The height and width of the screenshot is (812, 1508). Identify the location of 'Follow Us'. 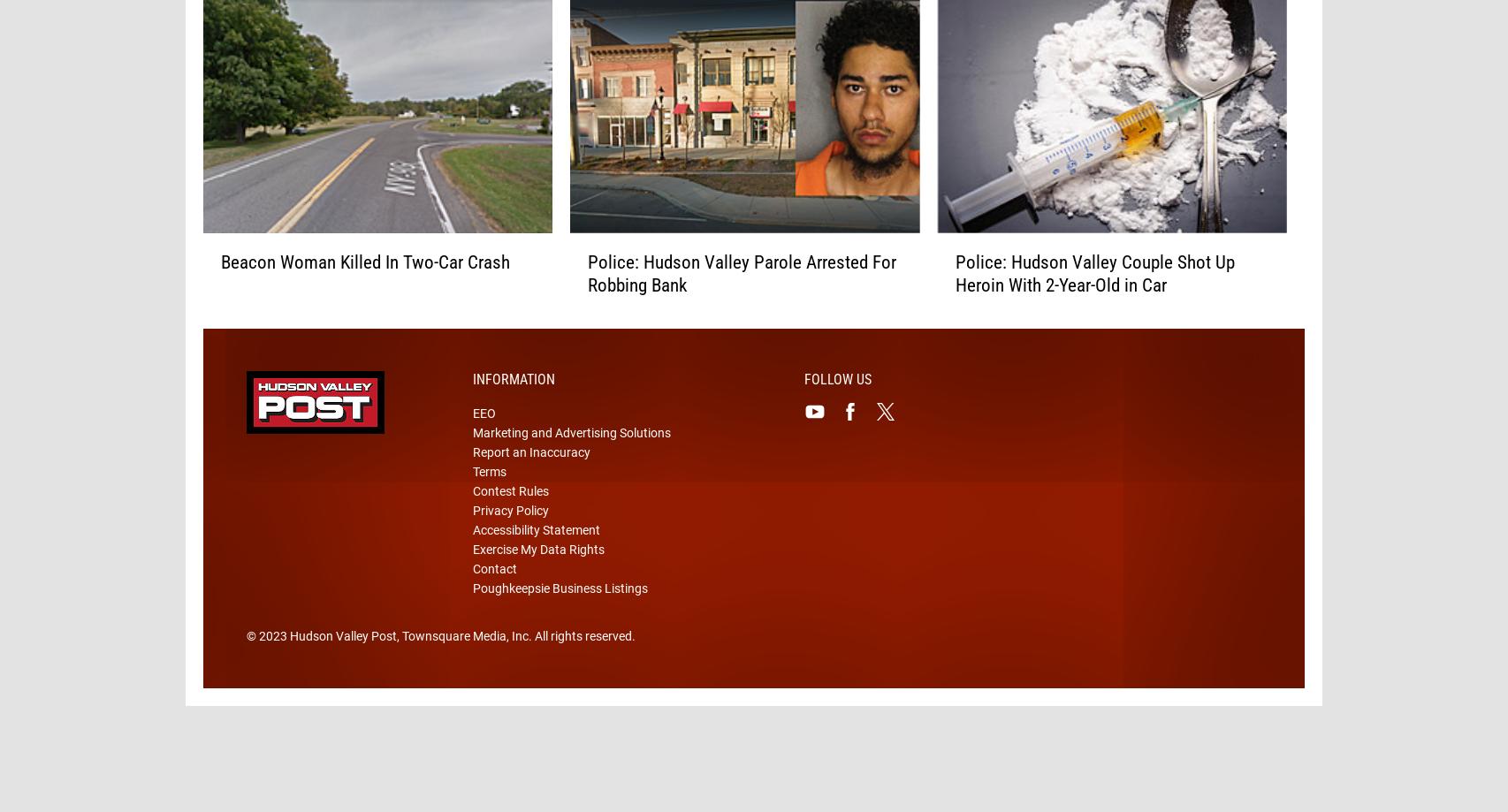
(838, 406).